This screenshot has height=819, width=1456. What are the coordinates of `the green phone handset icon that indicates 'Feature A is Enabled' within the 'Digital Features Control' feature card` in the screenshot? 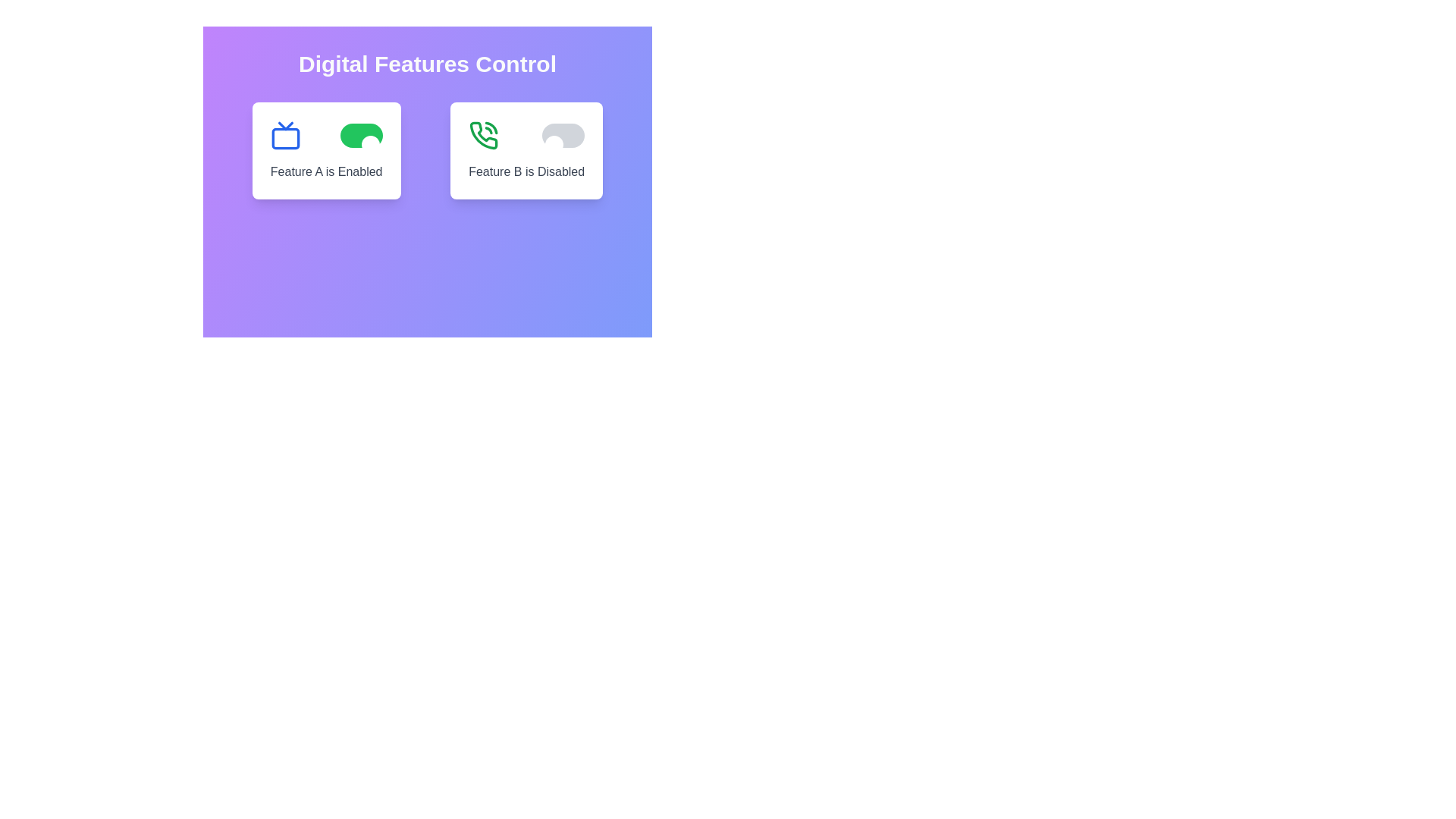 It's located at (483, 134).